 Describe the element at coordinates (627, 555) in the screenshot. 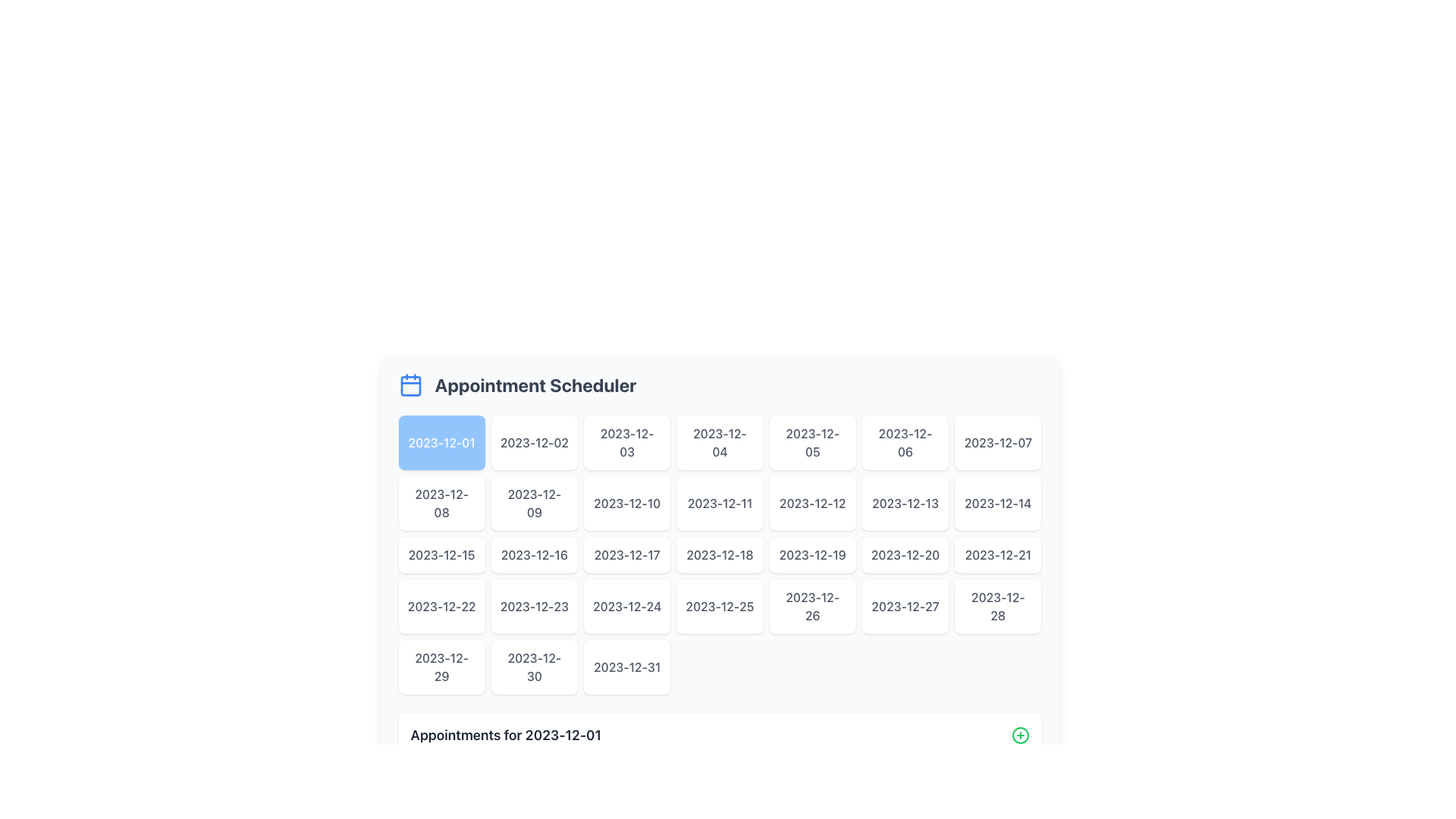

I see `the date button for '2023-12-17' in the Appointment Scheduler section to change its background color` at that location.